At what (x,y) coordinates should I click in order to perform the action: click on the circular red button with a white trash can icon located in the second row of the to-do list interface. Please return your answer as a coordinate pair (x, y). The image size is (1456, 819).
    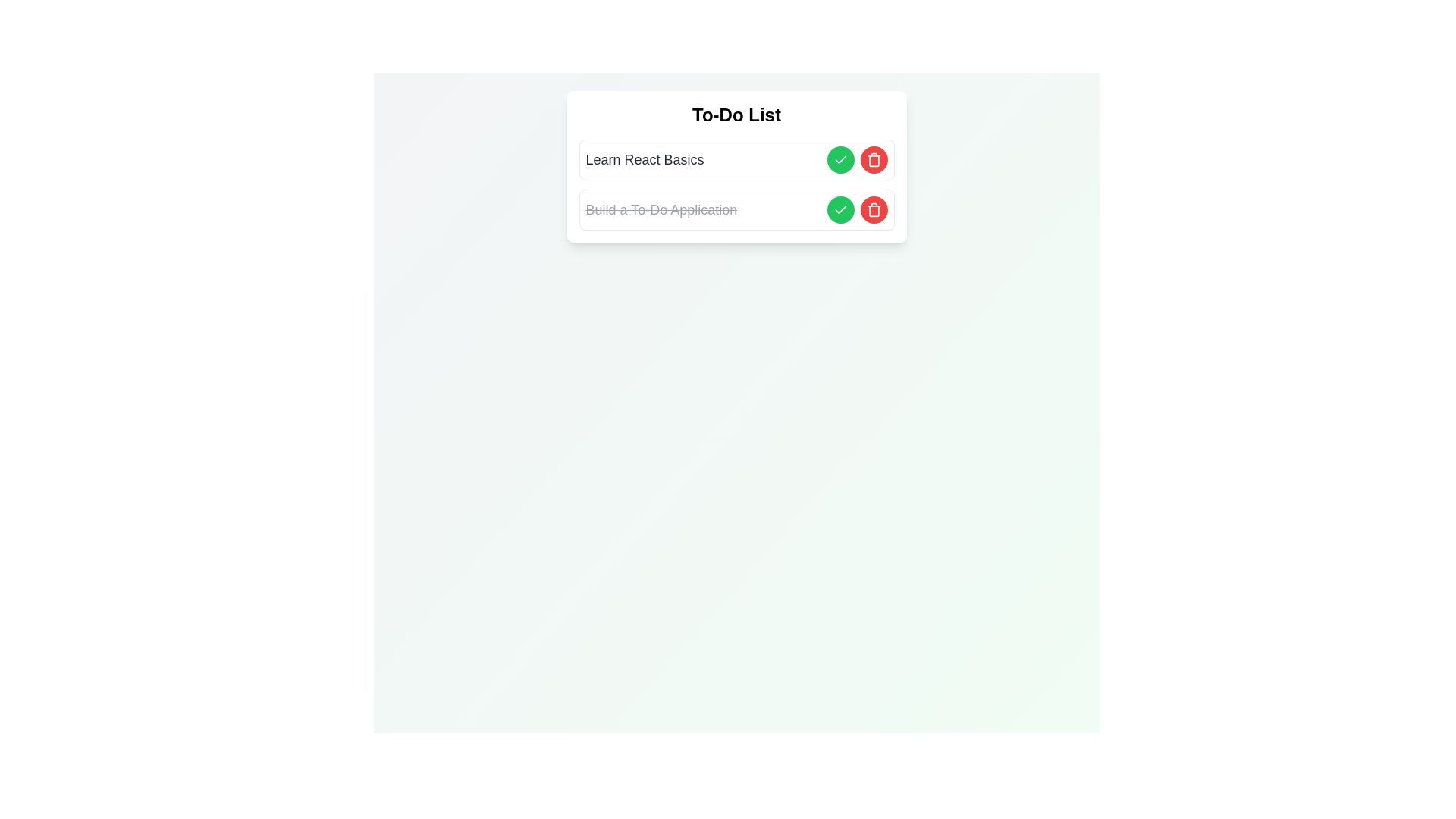
    Looking at the image, I should click on (874, 160).